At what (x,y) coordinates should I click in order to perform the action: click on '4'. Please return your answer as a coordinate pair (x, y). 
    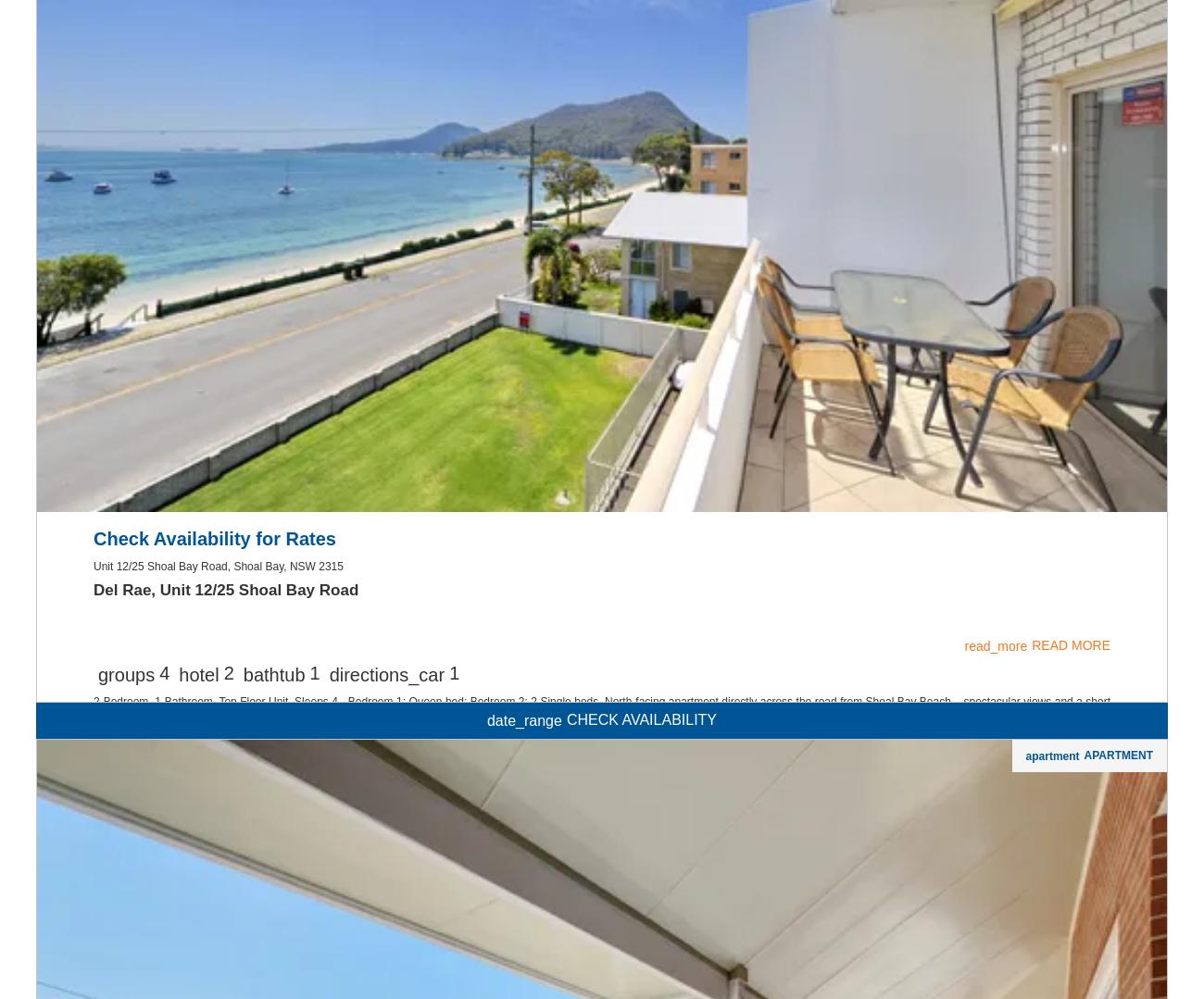
    Looking at the image, I should click on (164, 910).